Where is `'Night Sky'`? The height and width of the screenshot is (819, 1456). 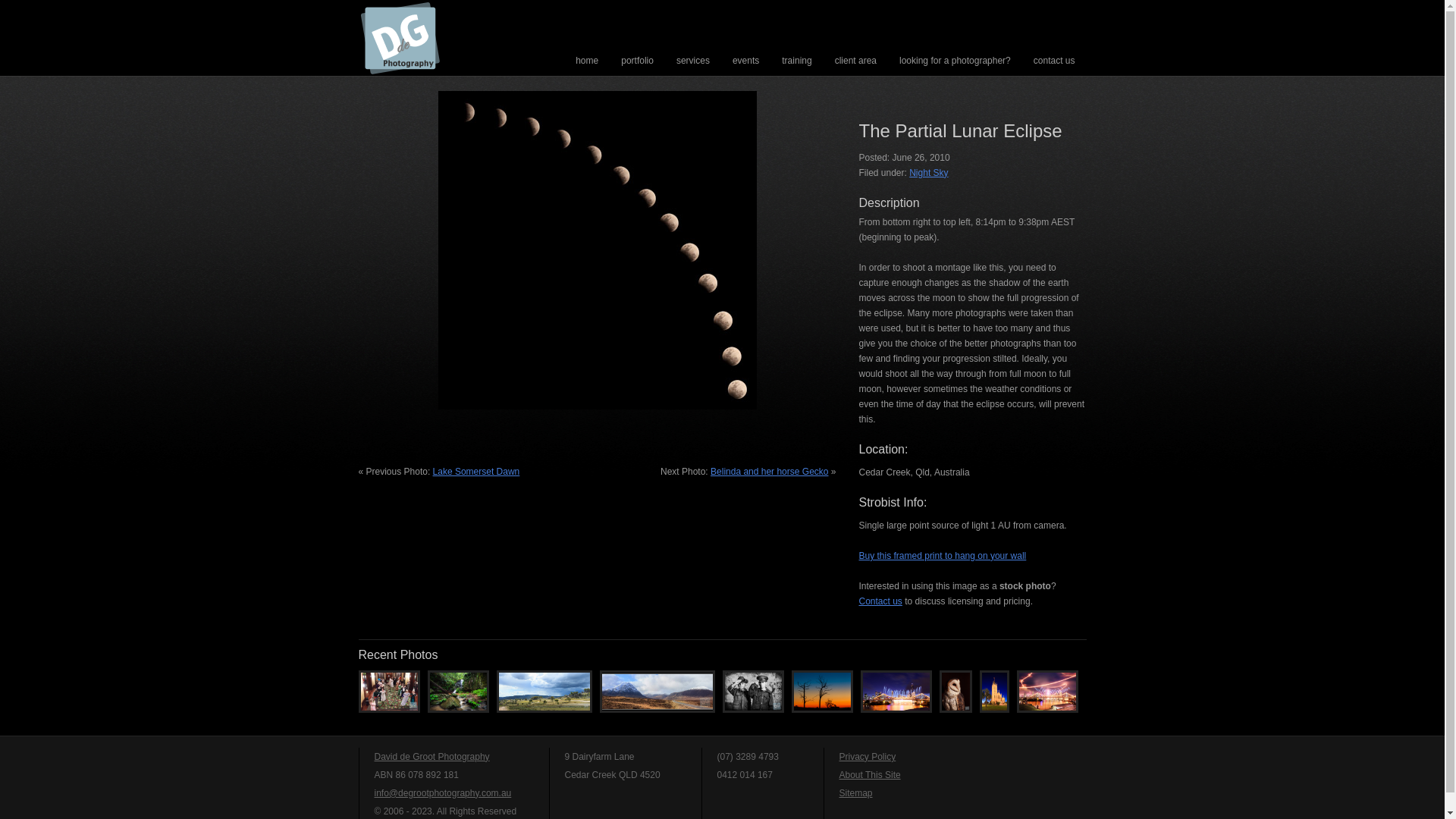
'Night Sky' is located at coordinates (927, 171).